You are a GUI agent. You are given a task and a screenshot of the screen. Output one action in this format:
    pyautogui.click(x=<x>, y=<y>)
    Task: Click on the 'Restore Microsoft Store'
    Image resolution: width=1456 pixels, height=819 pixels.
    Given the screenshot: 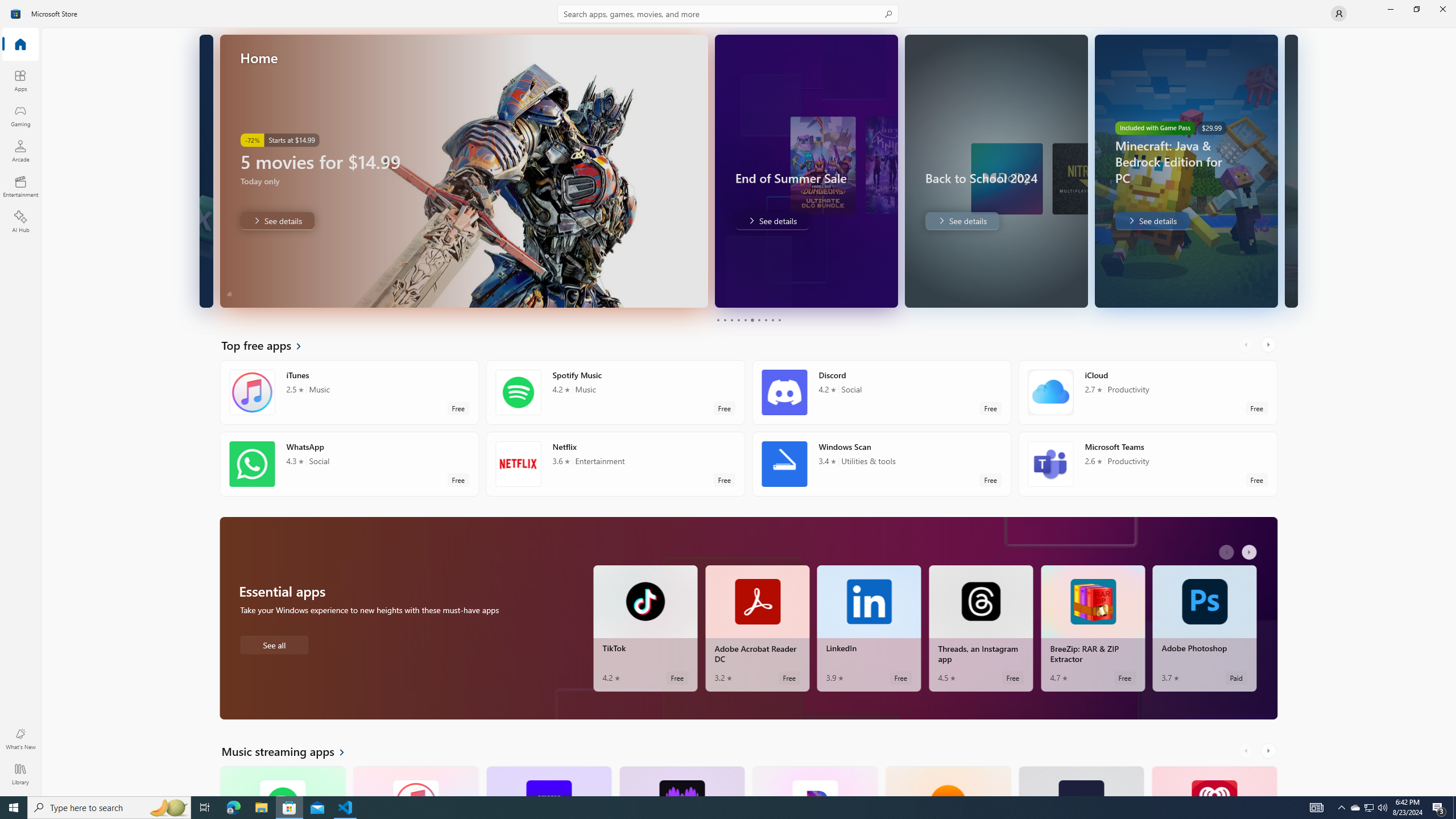 What is the action you would take?
    pyautogui.click(x=1416, y=9)
    